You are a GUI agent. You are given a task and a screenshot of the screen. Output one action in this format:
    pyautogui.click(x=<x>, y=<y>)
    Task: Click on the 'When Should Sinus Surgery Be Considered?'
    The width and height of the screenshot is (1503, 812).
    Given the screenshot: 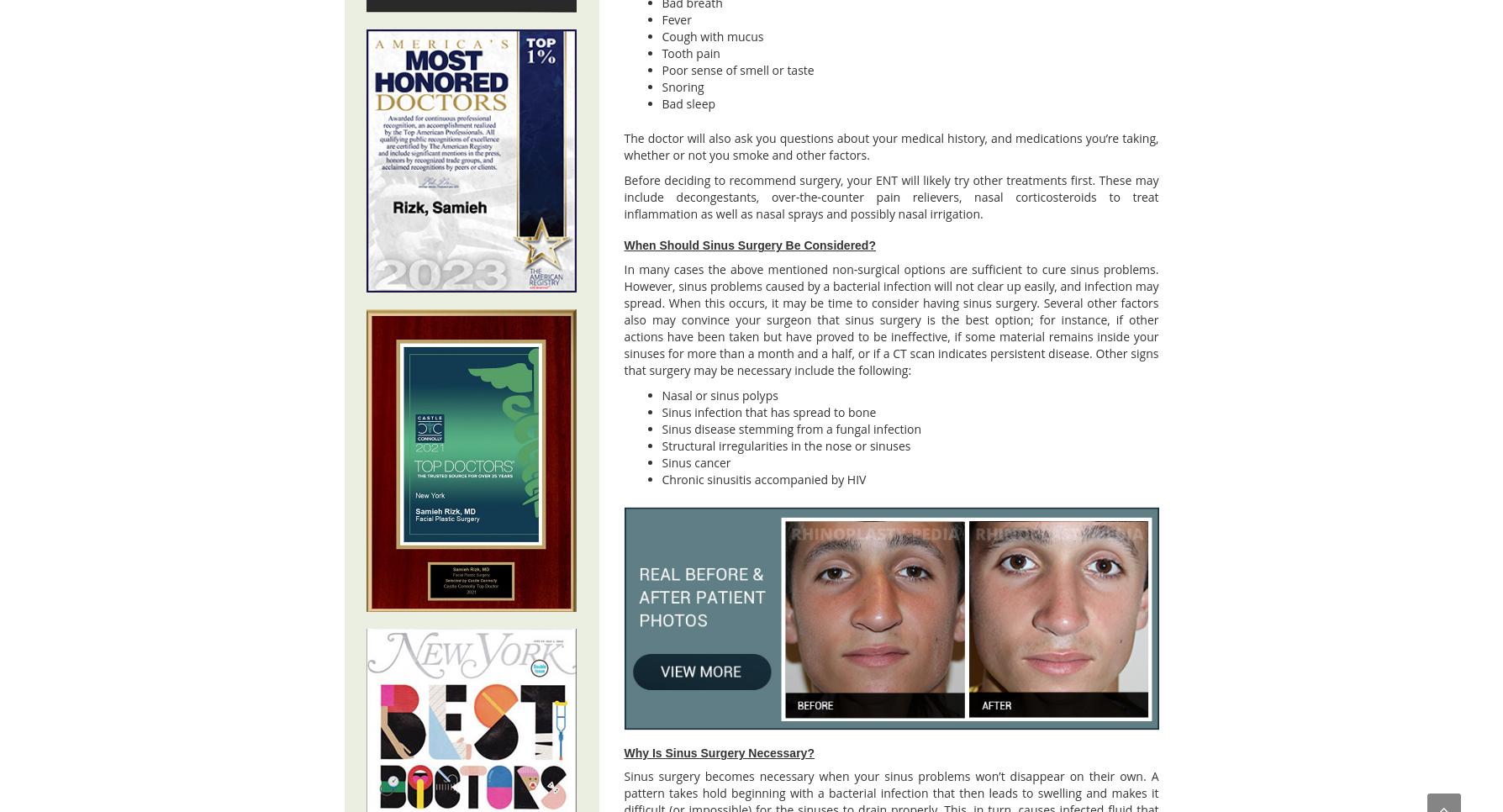 What is the action you would take?
    pyautogui.click(x=748, y=245)
    